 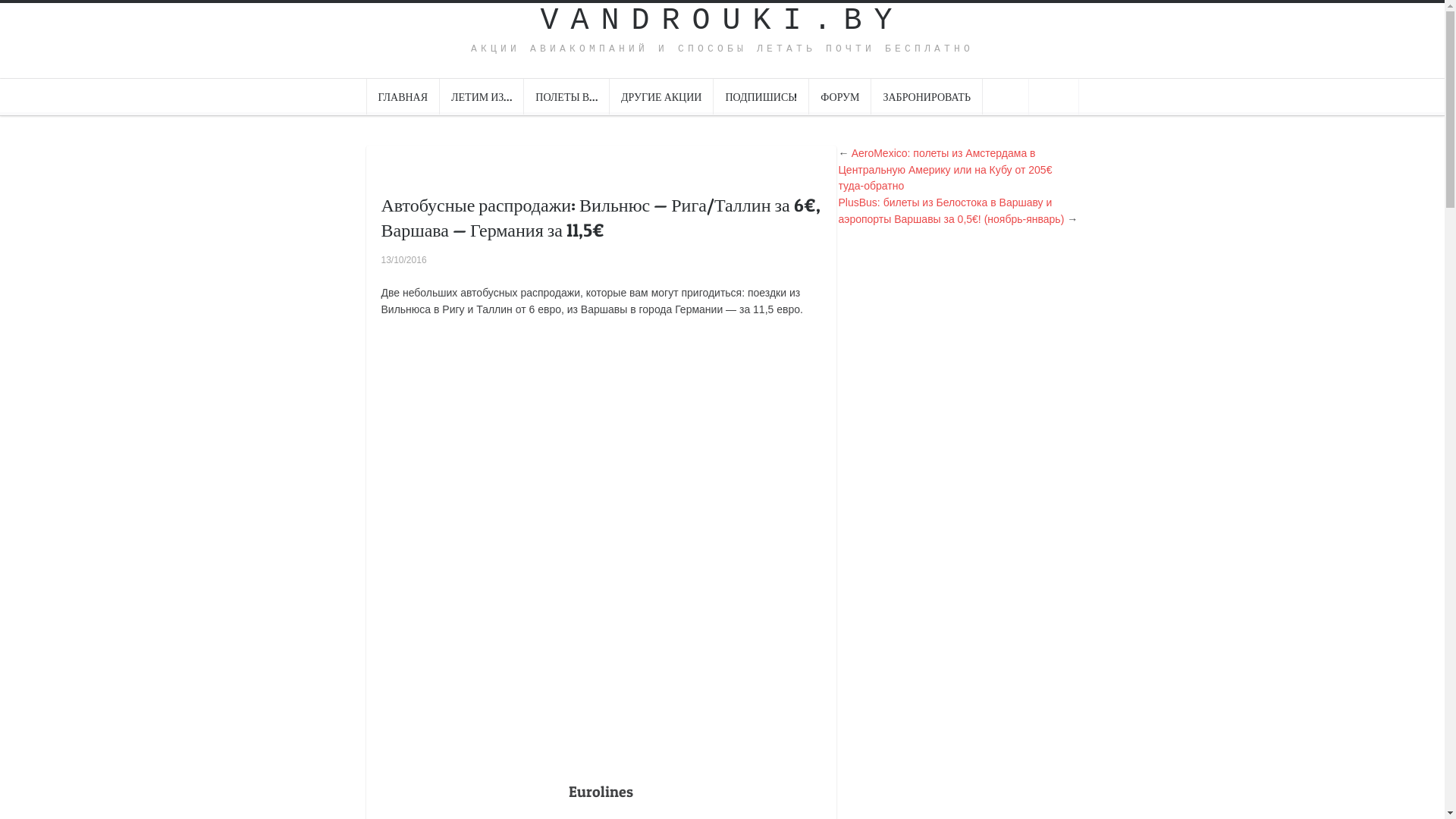 I want to click on 'VANDROUKI.BY', so click(x=720, y=20).